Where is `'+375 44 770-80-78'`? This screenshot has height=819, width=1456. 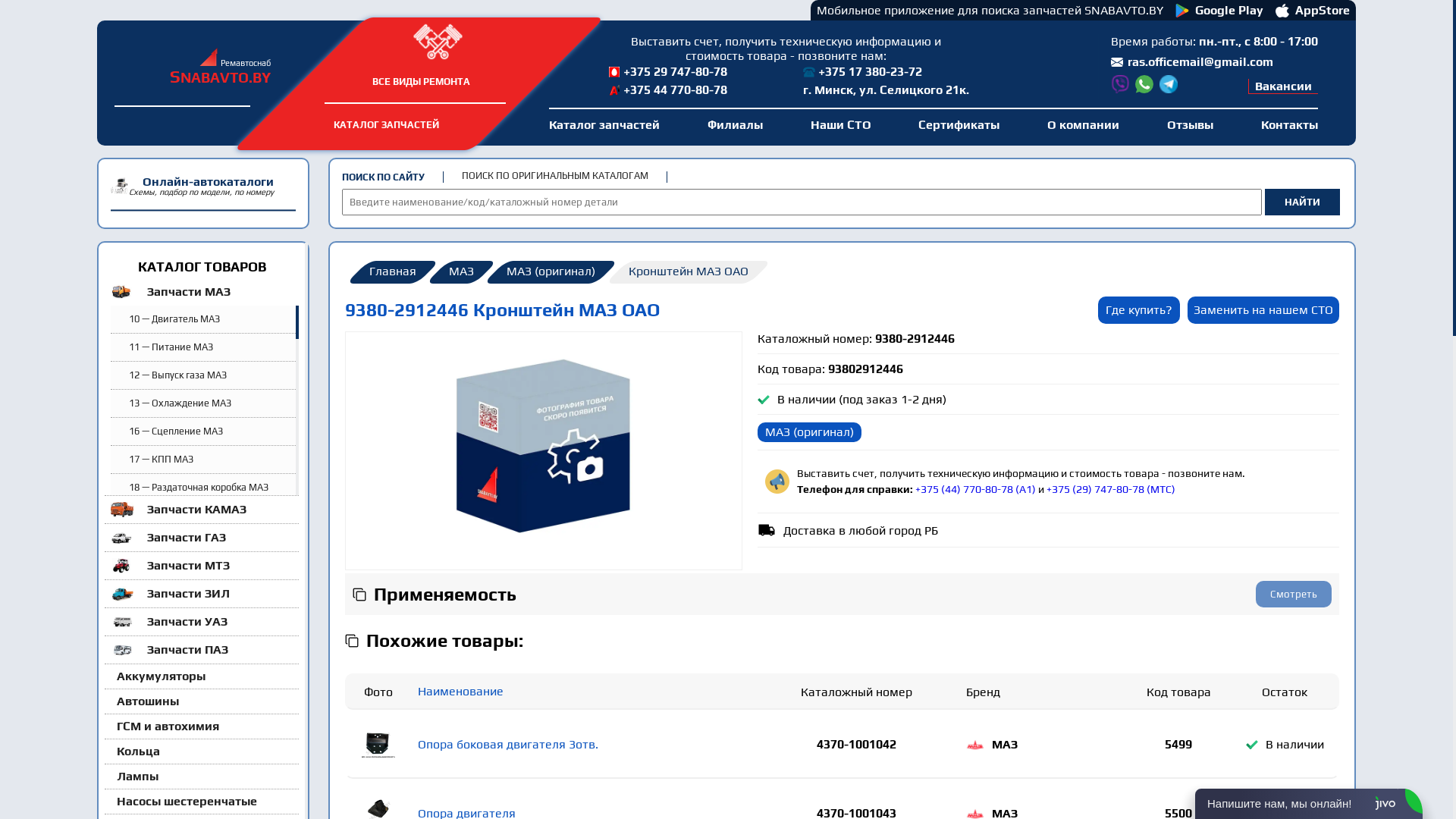 '+375 44 770-80-78' is located at coordinates (607, 90).